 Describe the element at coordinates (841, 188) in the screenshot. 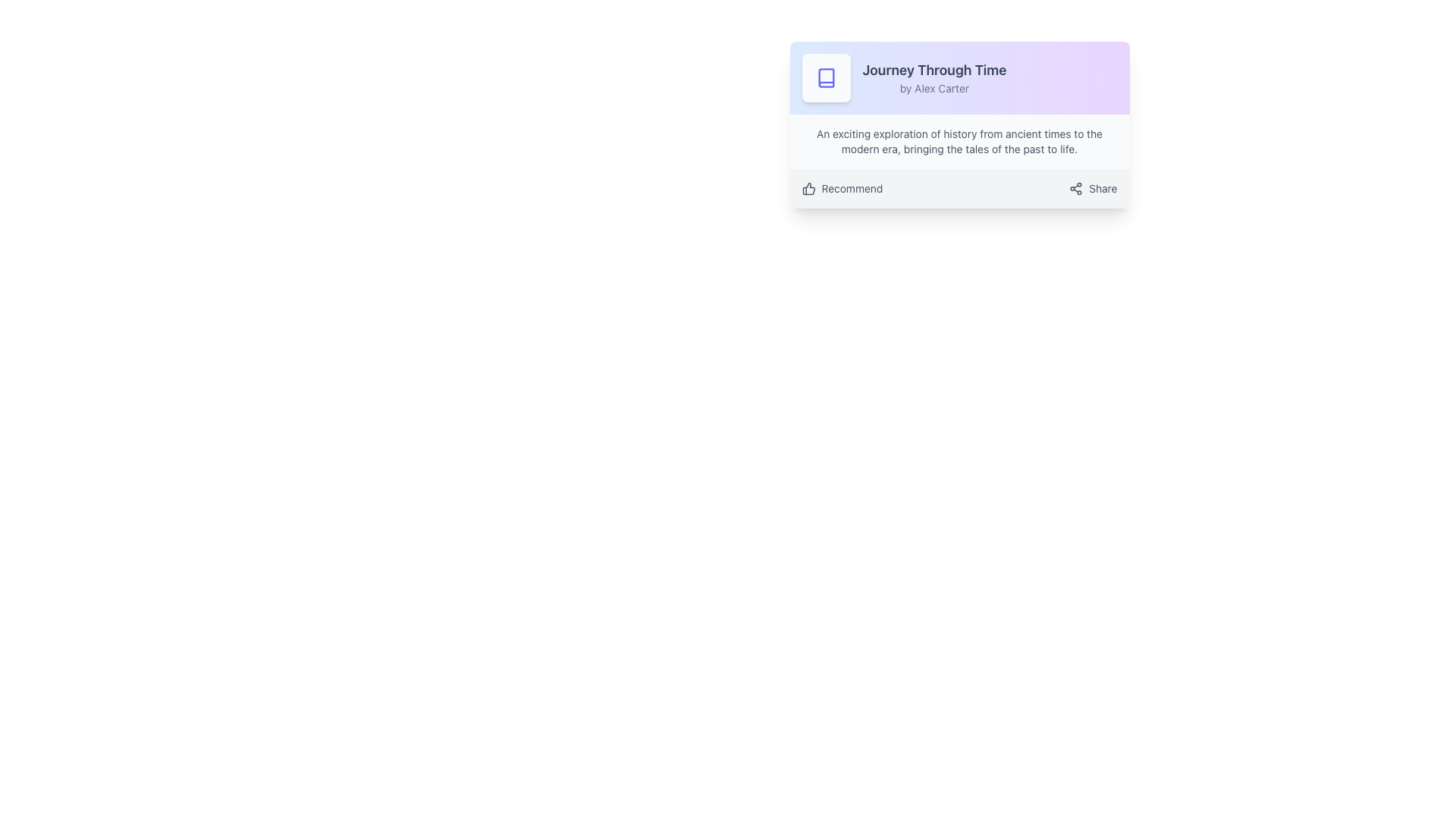

I see `the 'Recommend' button, which features a thumbs-up icon and changes color from gray to indigo on hover, located at the bottom left of a card-like component` at that location.